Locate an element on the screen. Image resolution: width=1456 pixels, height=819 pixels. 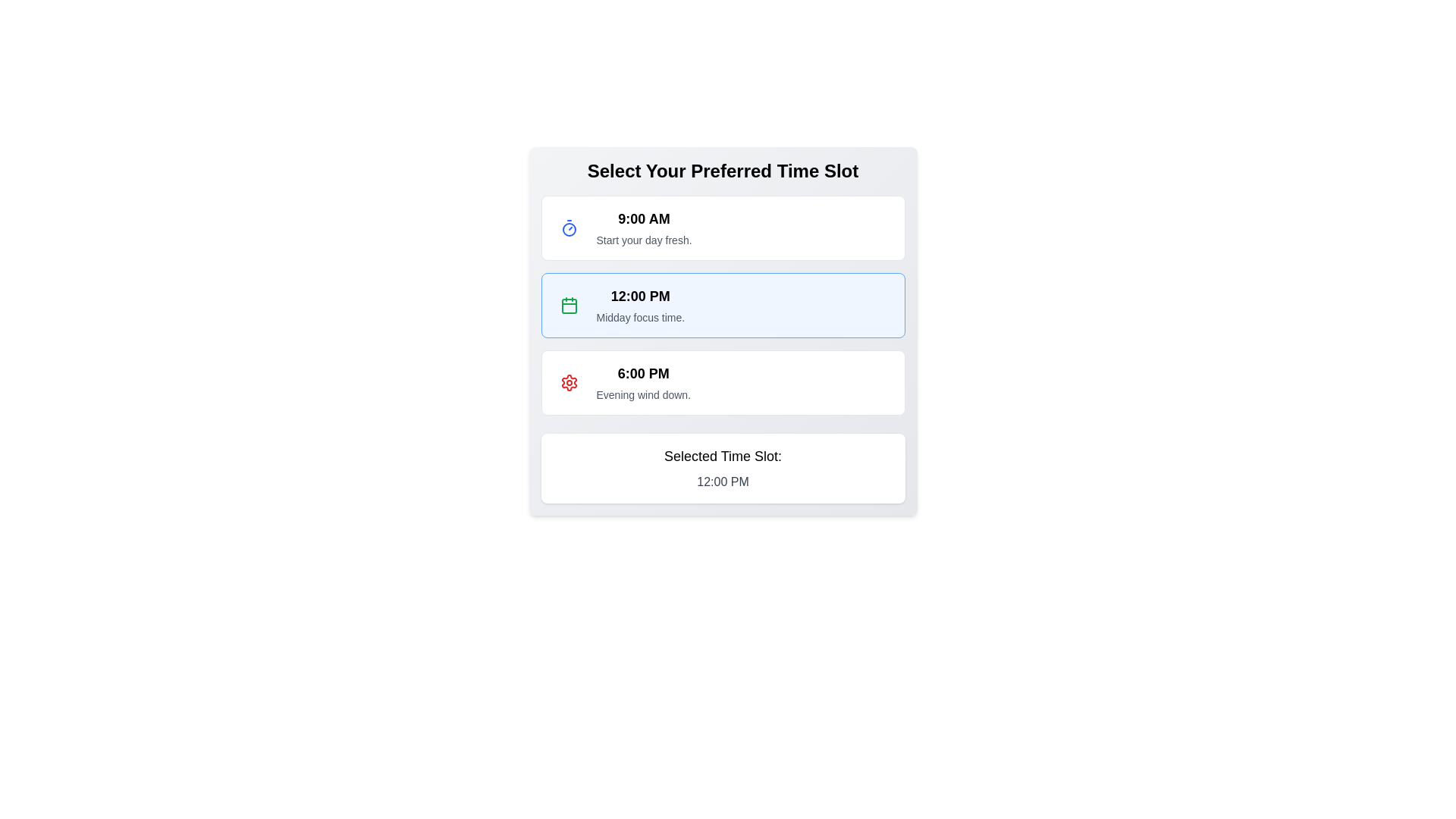
the static text label indicating 'Selected Time Slot:' which is positioned above the time value '12:00 PM' is located at coordinates (722, 455).